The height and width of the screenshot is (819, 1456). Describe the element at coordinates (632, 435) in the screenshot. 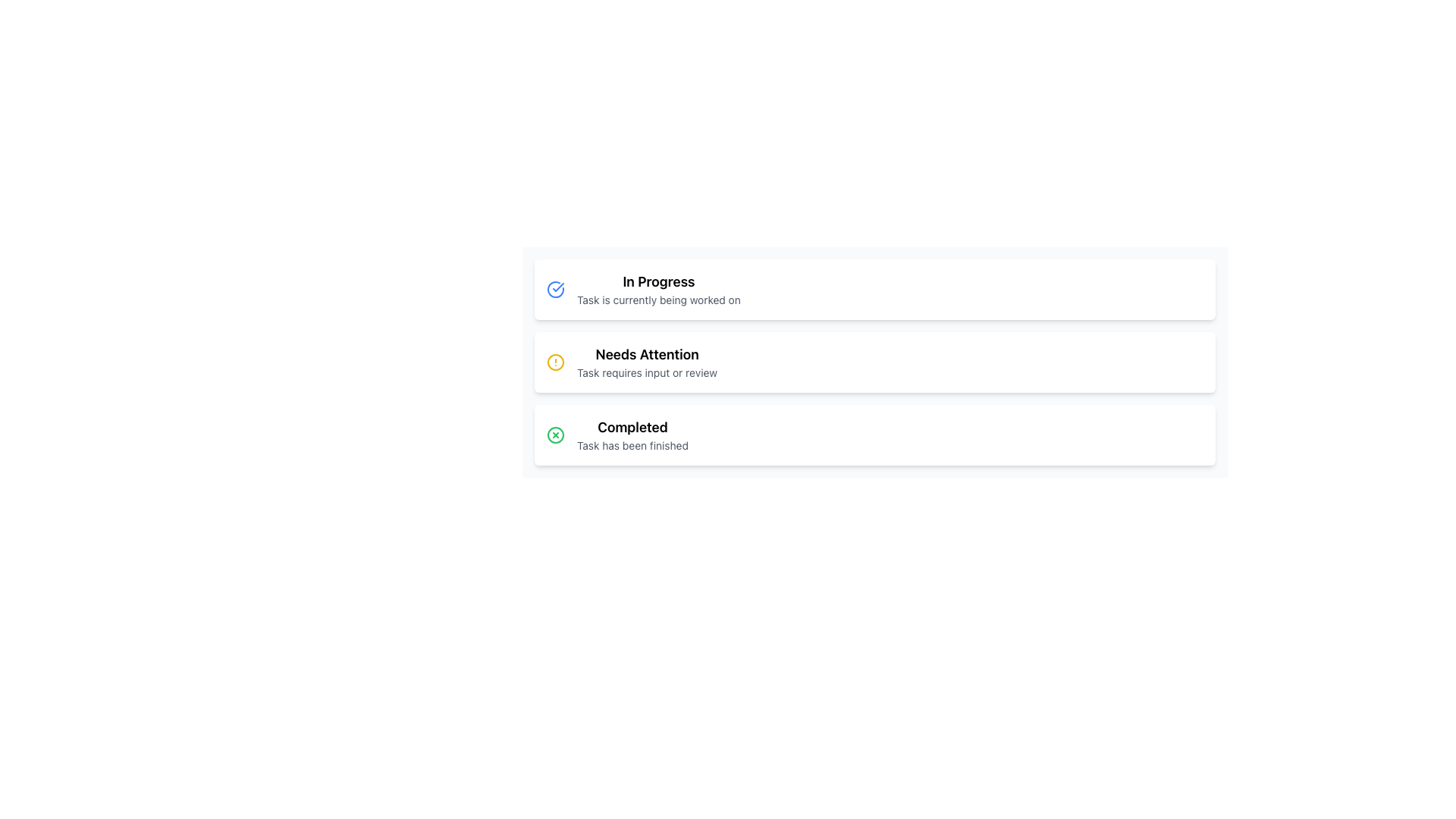

I see `the static text block that communicates information about a completed task, located under the 'Completed' section` at that location.